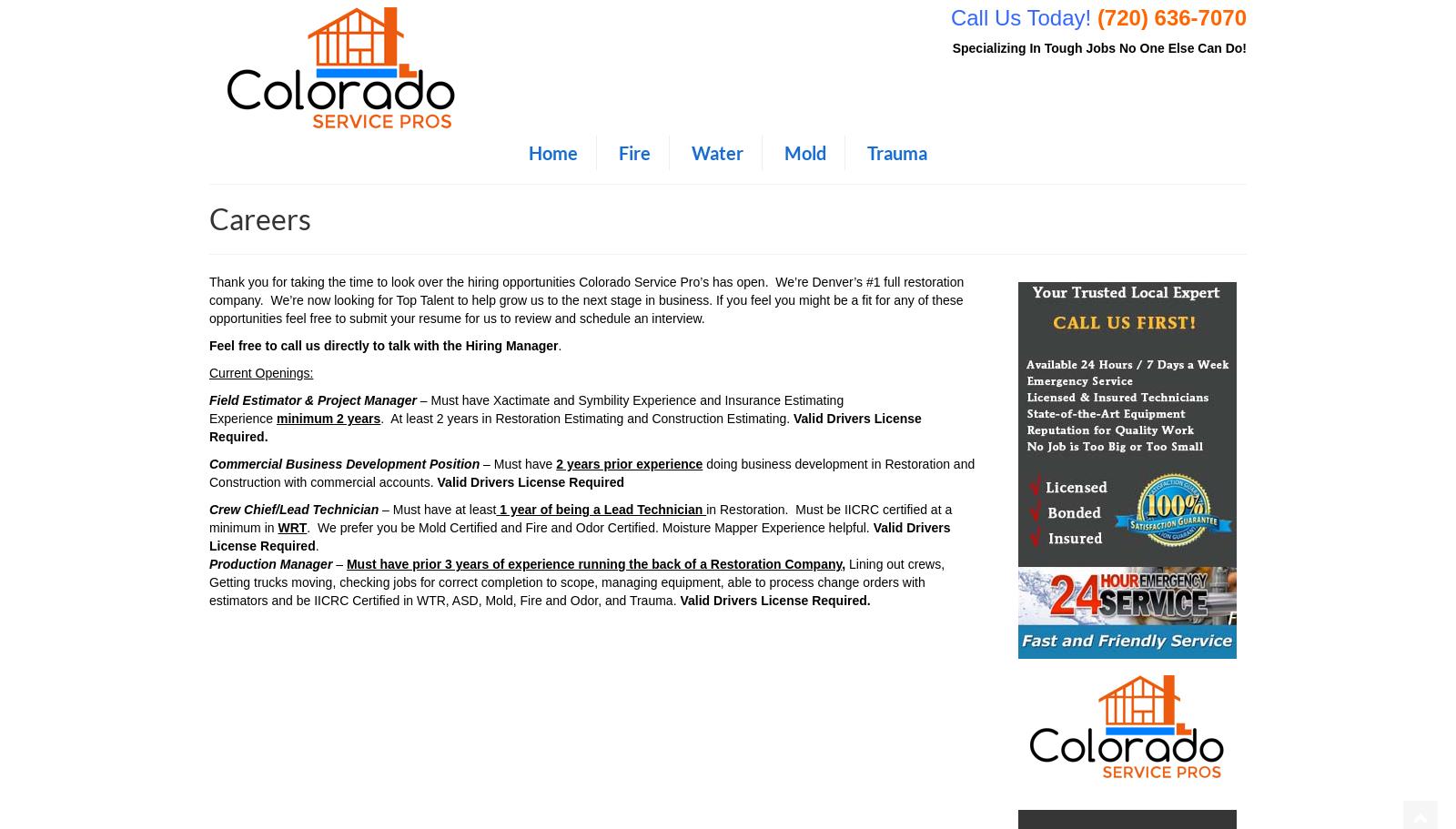 The image size is (1456, 829). I want to click on 'Thank you for taking the time to look over the hiring opportunities Colorado Service Pro’s has open.  We’re Denver’s #1 full restoration company.  We’re now looking for Top Talent to help grow us to the next stage in business. If you feel you might be a fit for any of these opportunities feel free to submit your resume for us to review and schedule an interview.', so click(586, 298).